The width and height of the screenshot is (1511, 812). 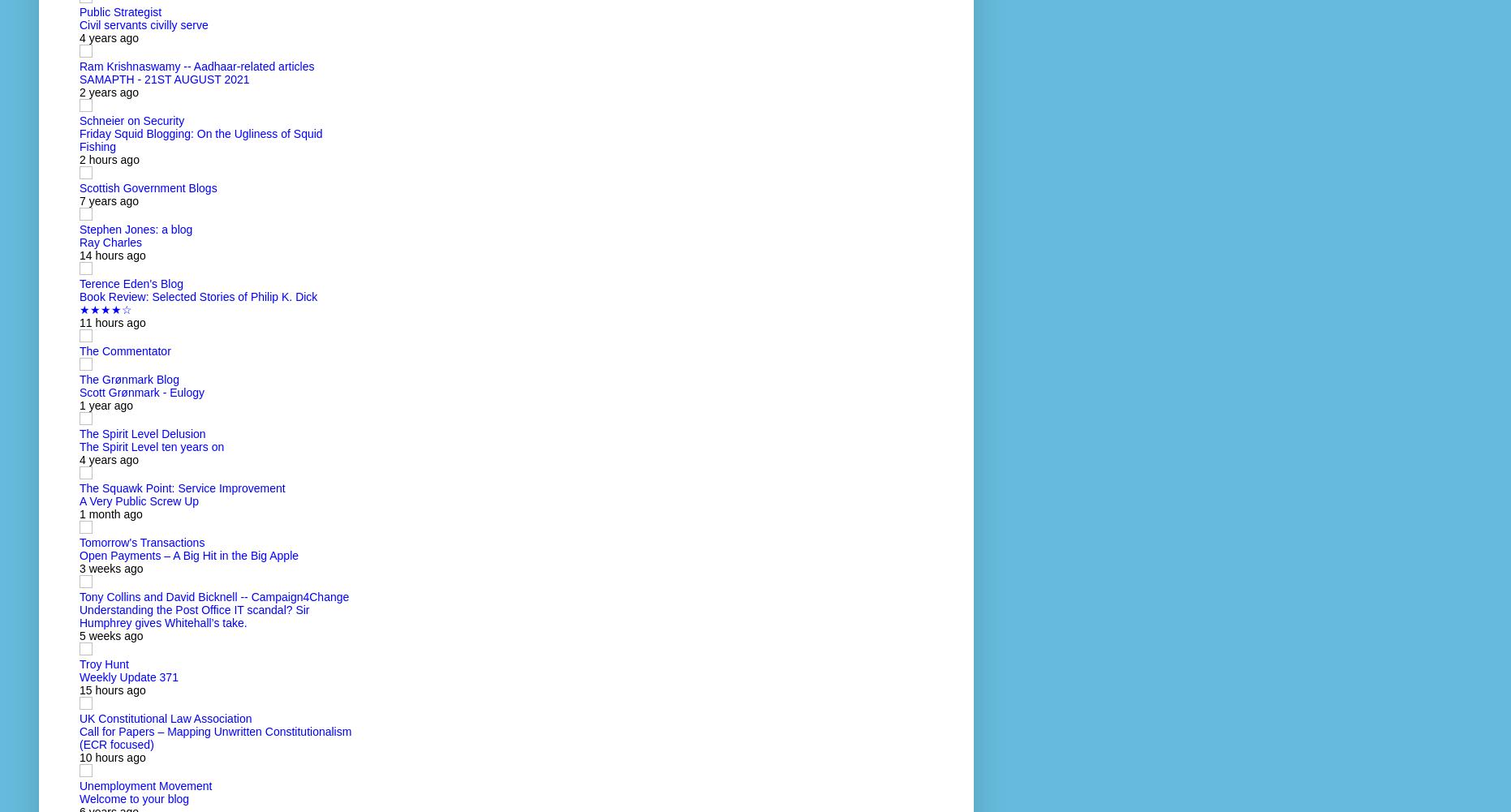 What do you see at coordinates (79, 616) in the screenshot?
I see `'Understanding the Post Office IT scandal? Sir Humphrey gives Whitehall’s take.'` at bounding box center [79, 616].